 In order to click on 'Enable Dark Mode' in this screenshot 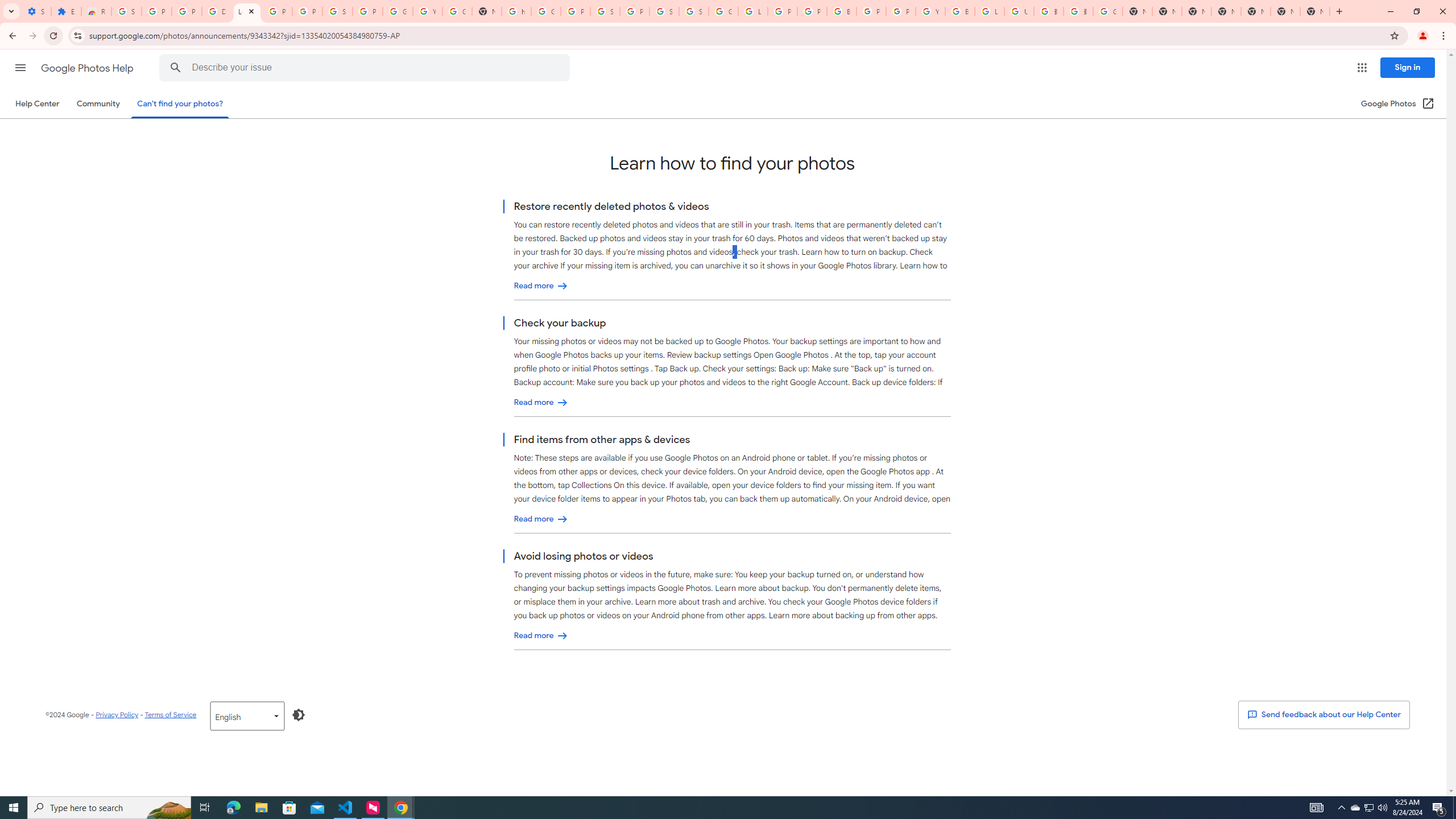, I will do `click(299, 714)`.